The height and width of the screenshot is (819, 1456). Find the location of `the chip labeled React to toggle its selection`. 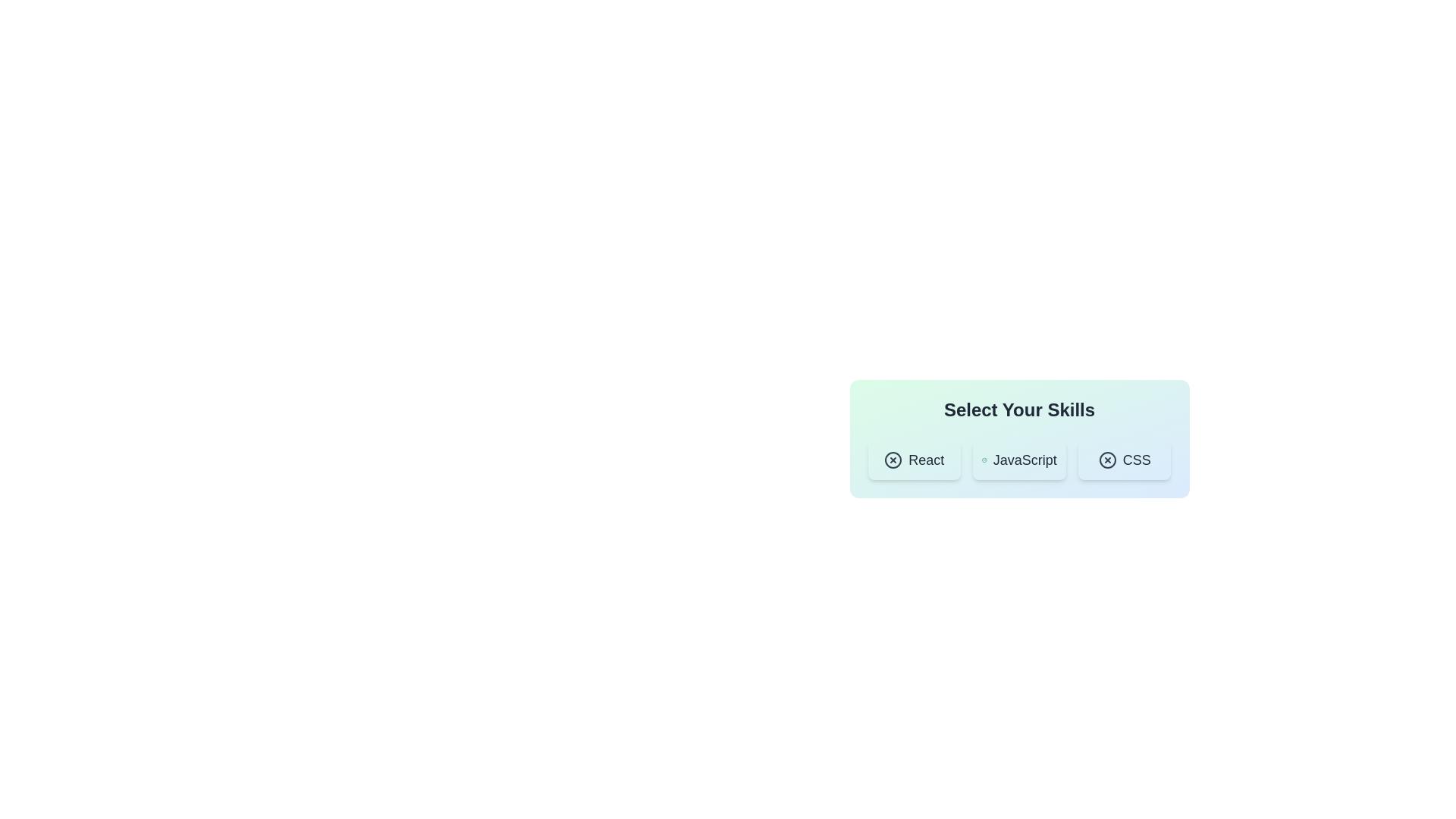

the chip labeled React to toggle its selection is located at coordinates (913, 459).